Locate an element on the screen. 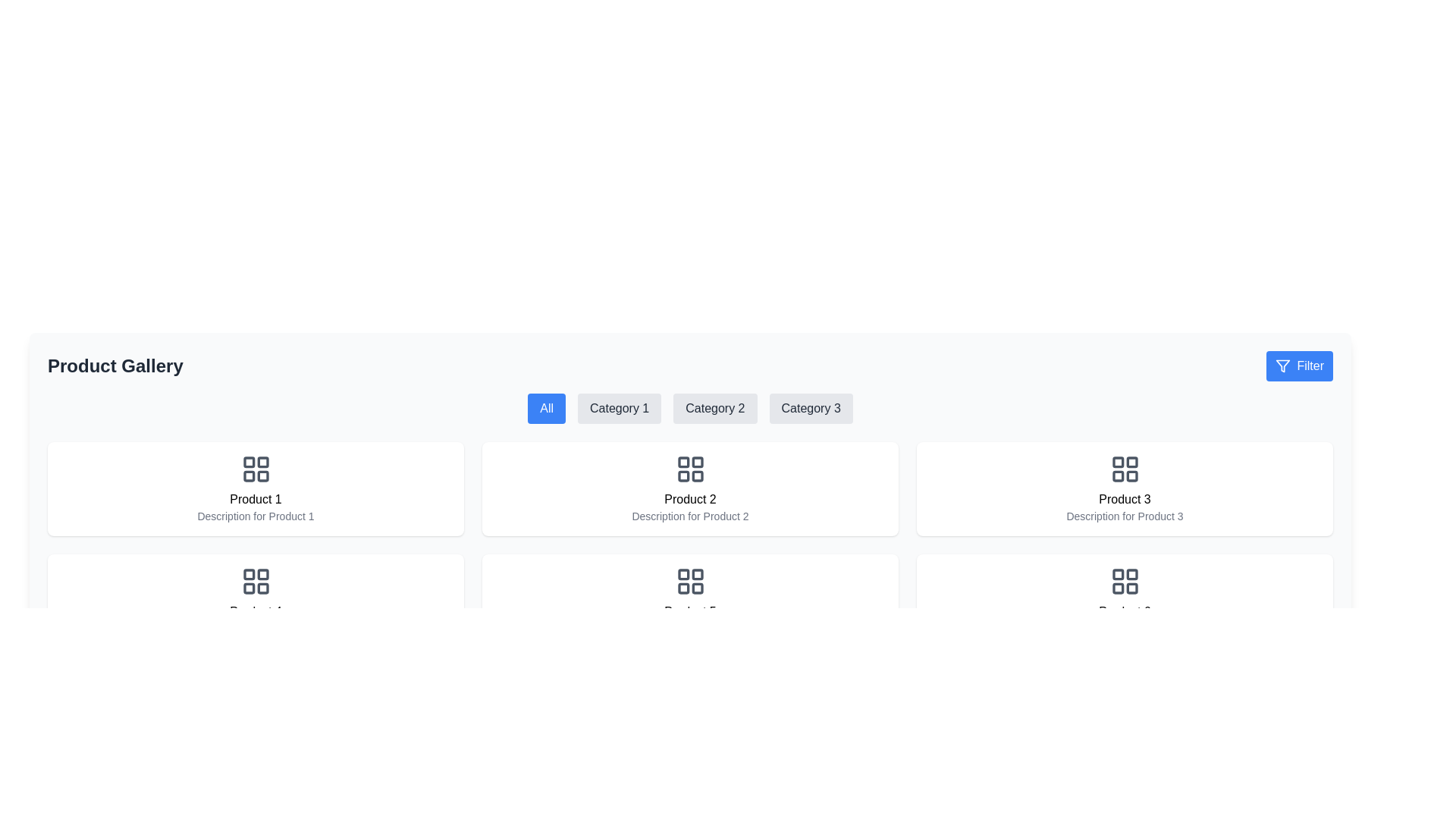 The height and width of the screenshot is (819, 1456). the 'Category 1' button, which is the second button from the left in a group of four buttons at the top of the page is located at coordinates (620, 408).